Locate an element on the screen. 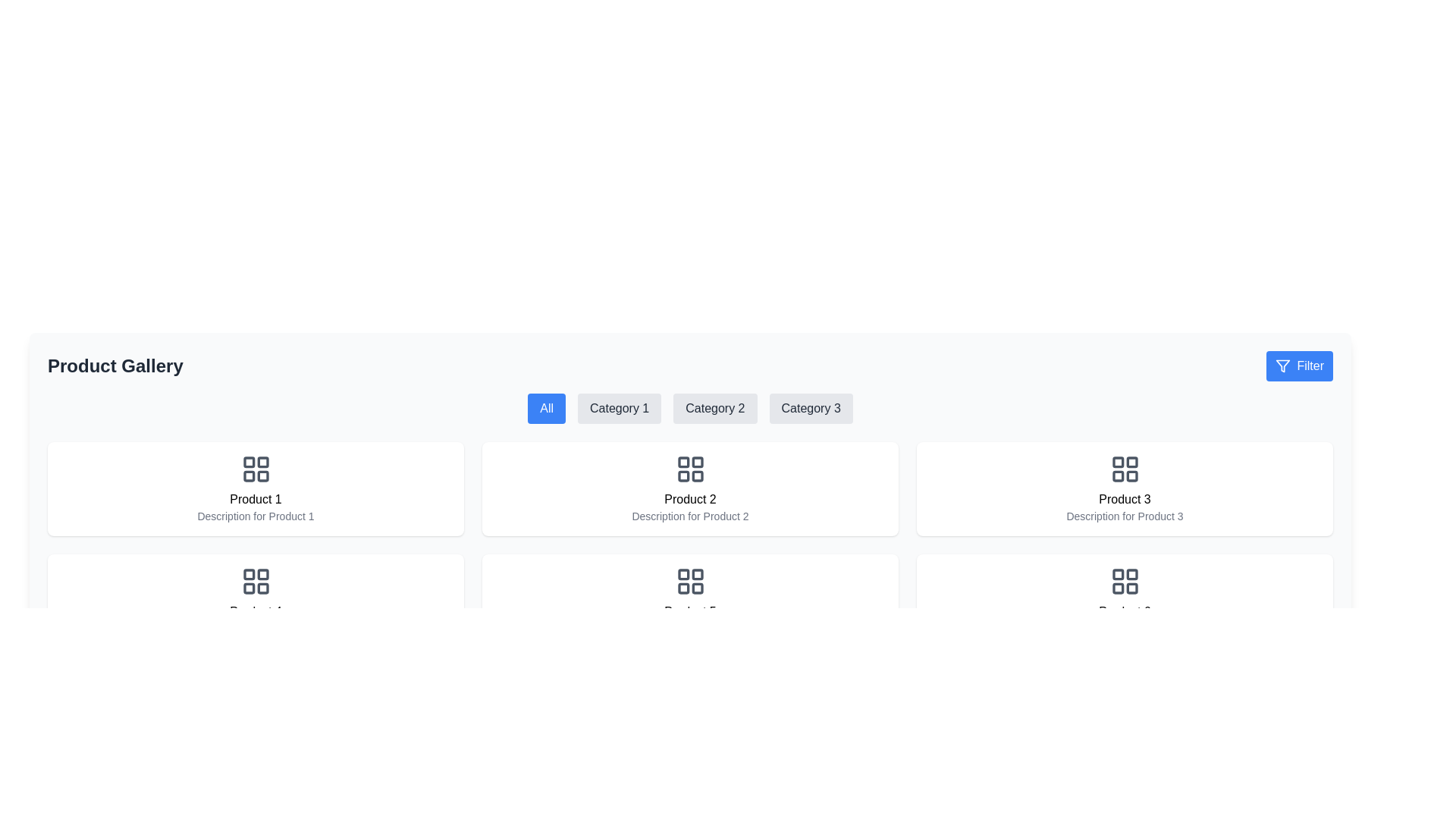 The height and width of the screenshot is (819, 1456). the 'Category 1' button, which is the second button from the left in a group of four buttons at the top of the page is located at coordinates (620, 408).